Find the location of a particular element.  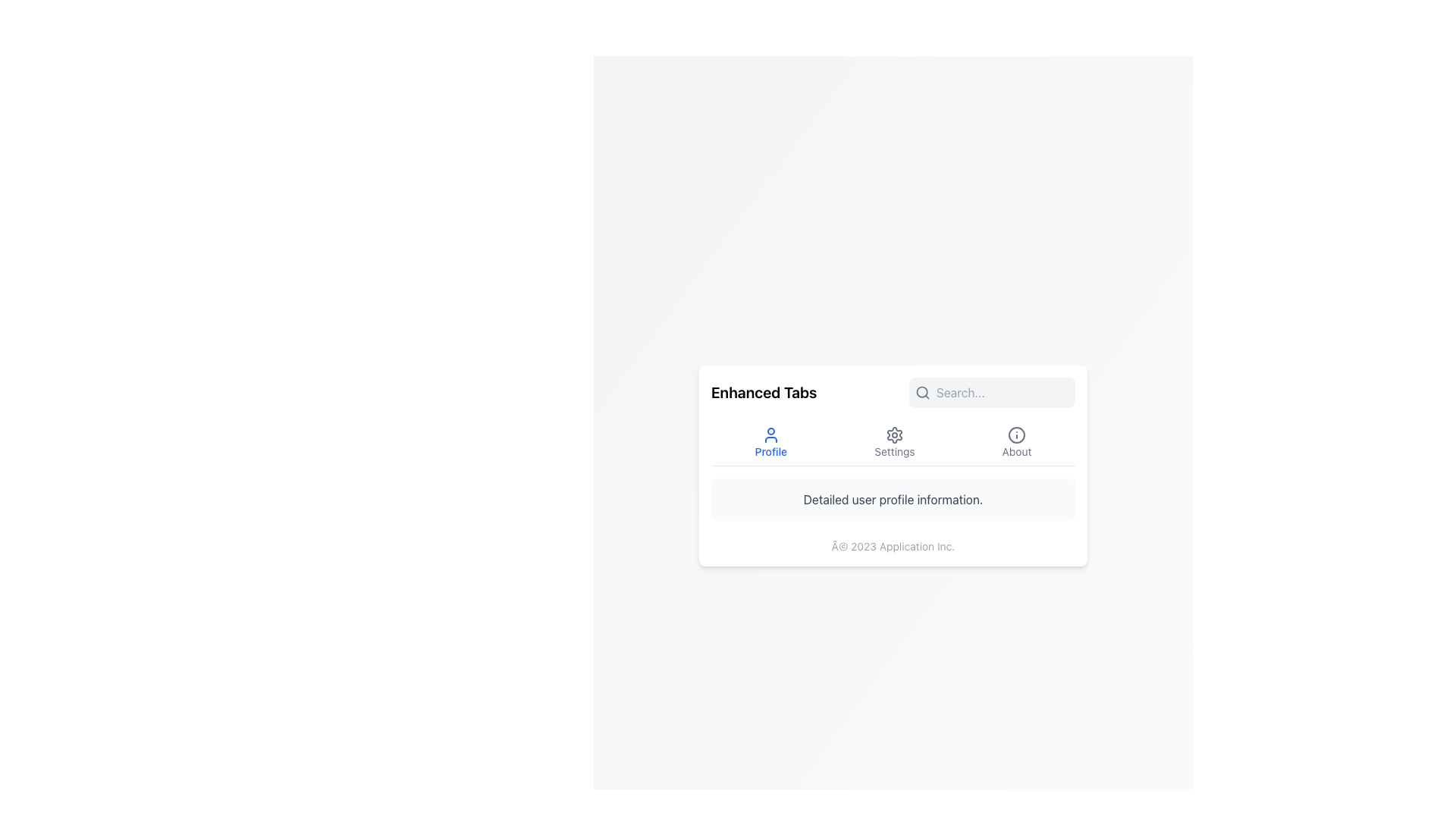

the round information button labeled 'About' is located at coordinates (1017, 442).